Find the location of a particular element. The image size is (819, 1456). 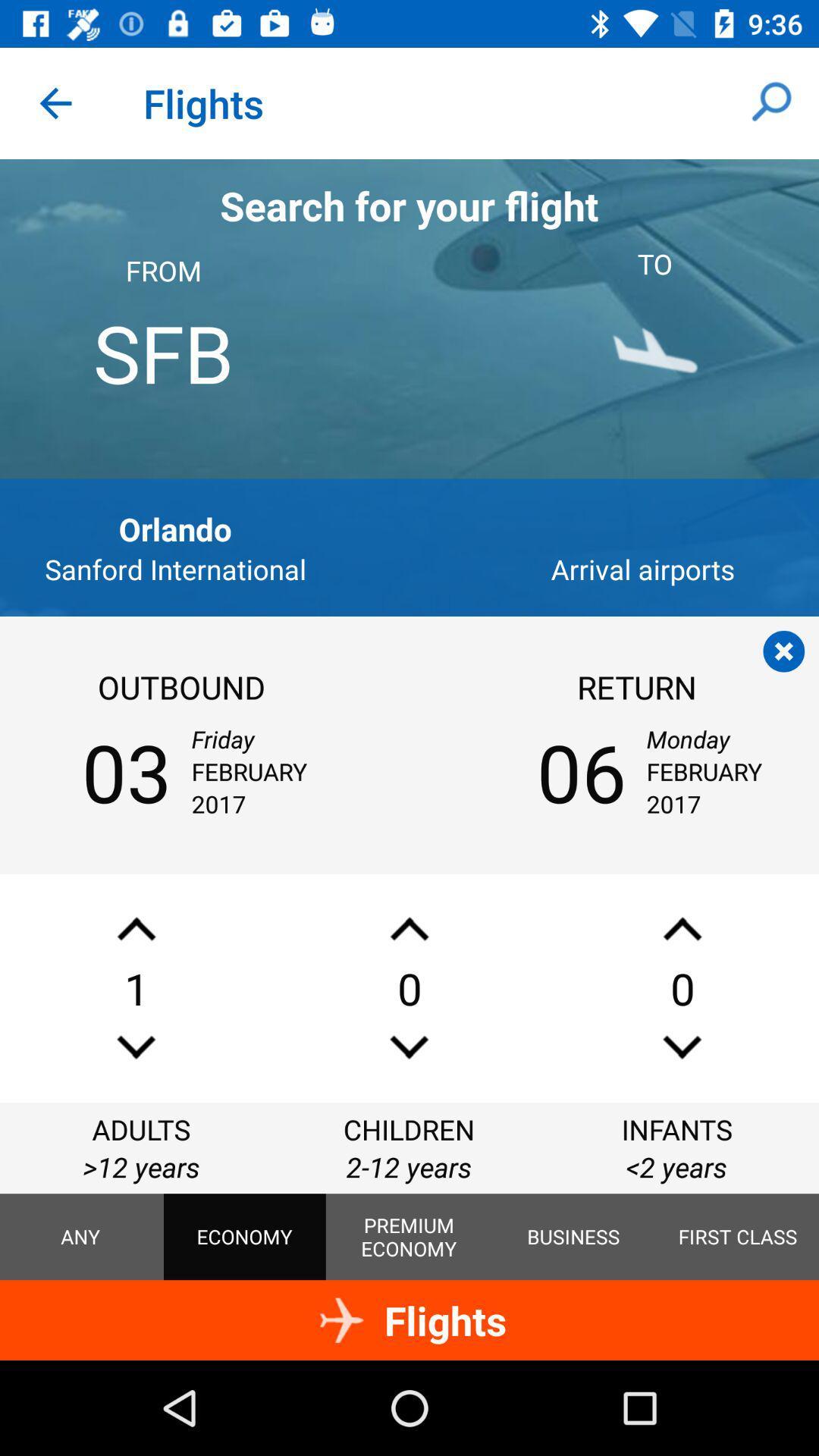

next is located at coordinates (136, 1046).